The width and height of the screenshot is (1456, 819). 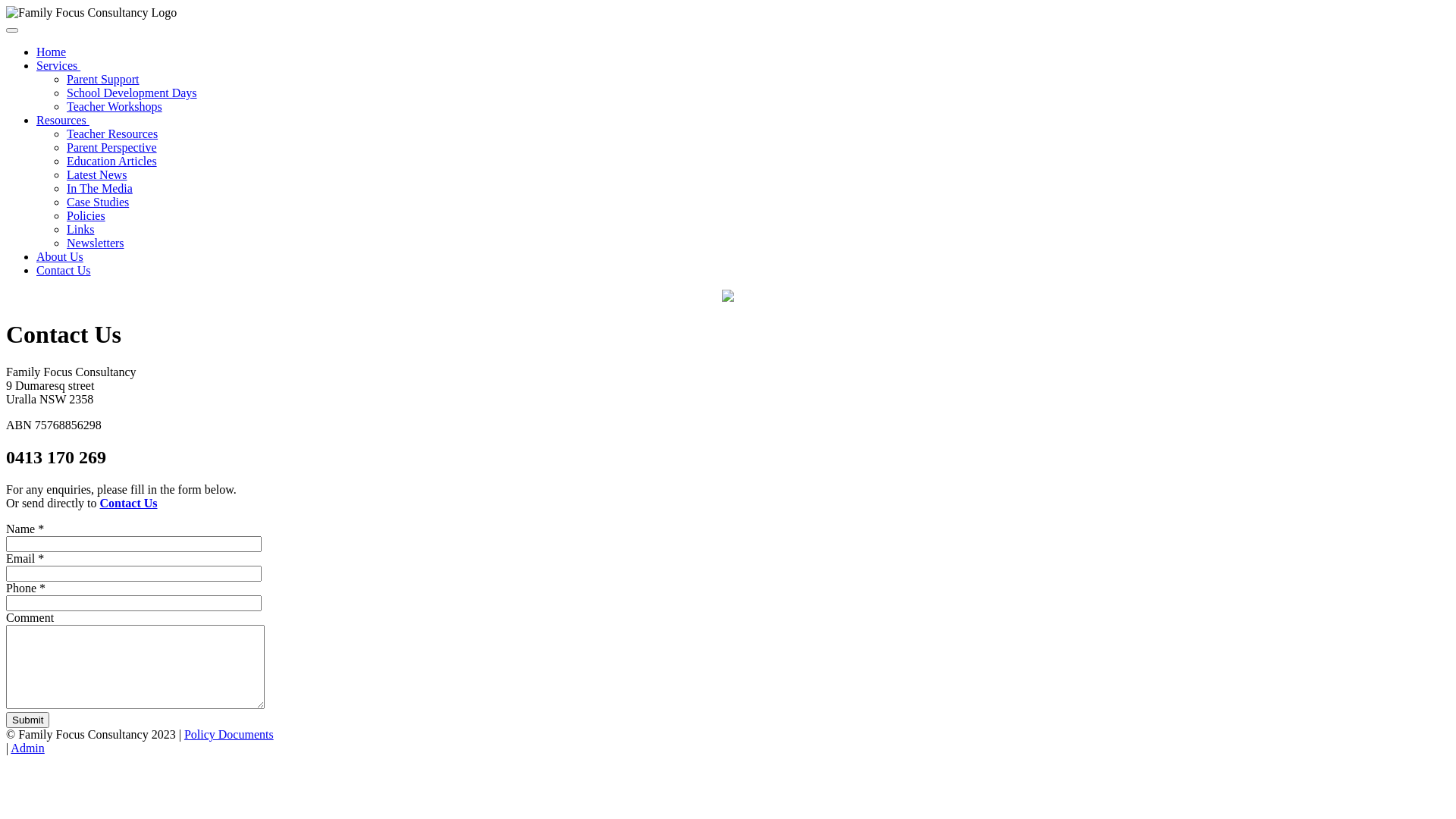 What do you see at coordinates (65, 93) in the screenshot?
I see `'School Development Days'` at bounding box center [65, 93].